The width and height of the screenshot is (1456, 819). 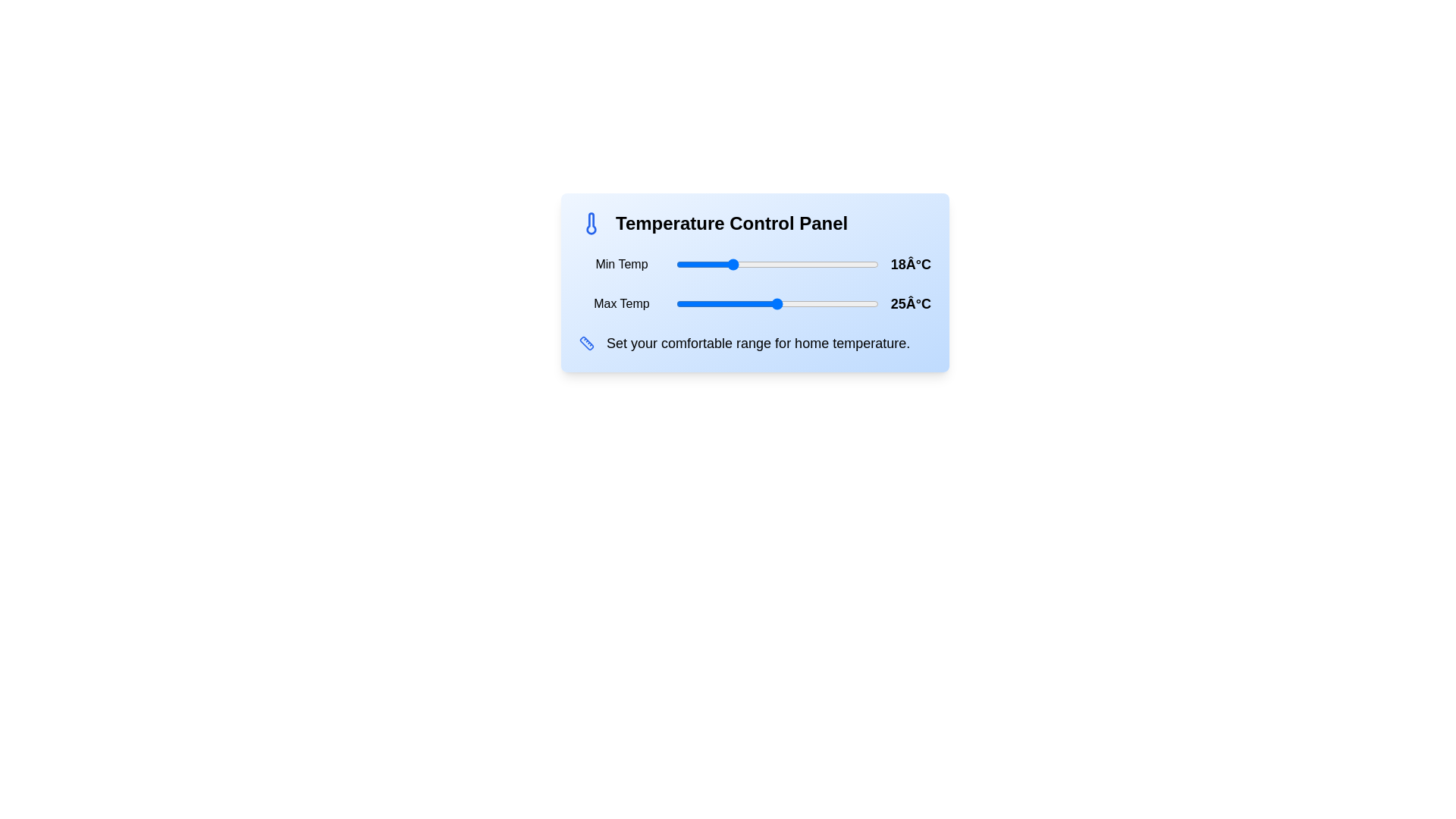 I want to click on the maximum temperature slider to 20°C, so click(x=743, y=304).